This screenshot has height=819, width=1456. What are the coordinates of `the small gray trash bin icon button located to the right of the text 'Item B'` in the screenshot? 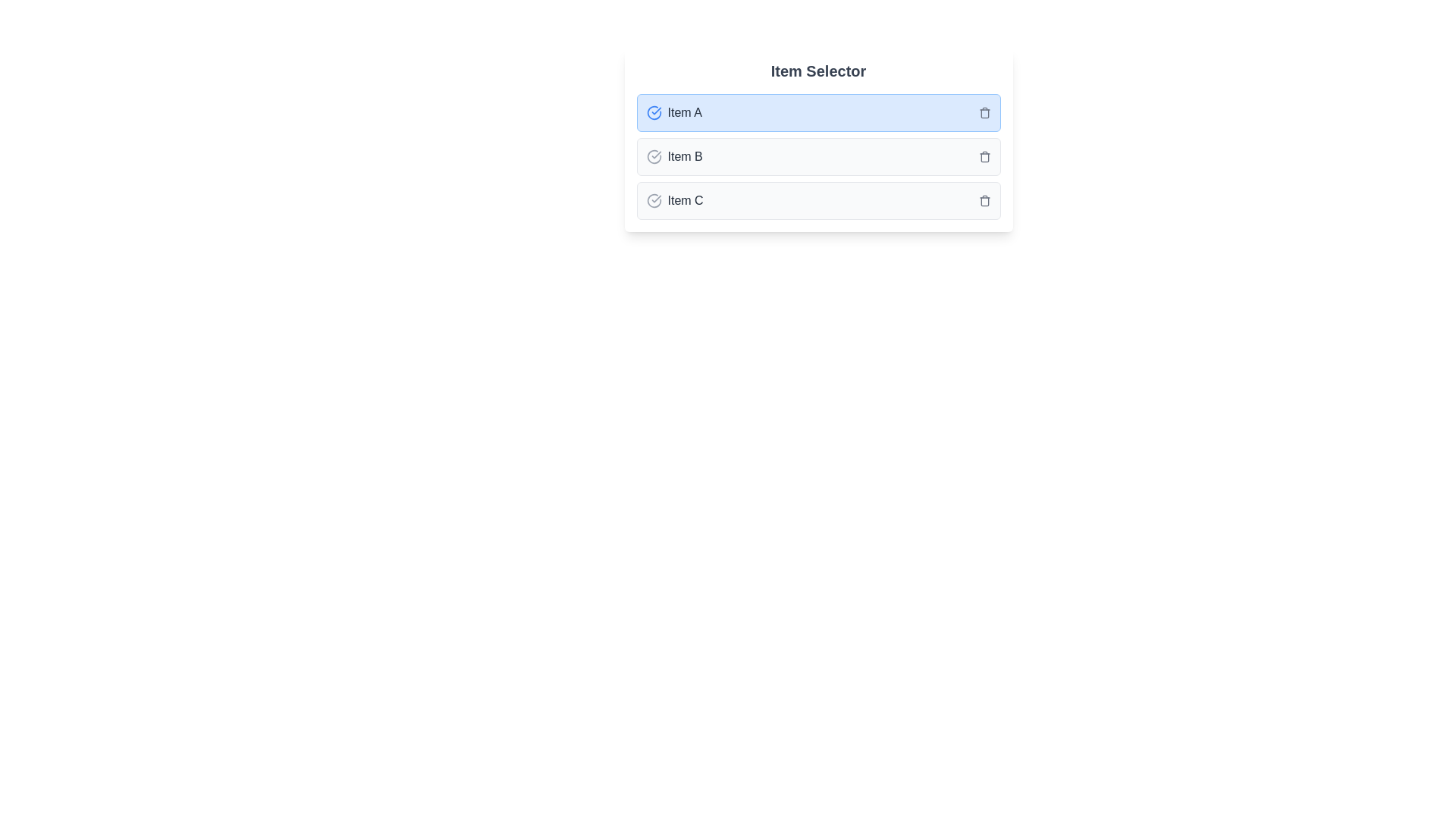 It's located at (984, 157).